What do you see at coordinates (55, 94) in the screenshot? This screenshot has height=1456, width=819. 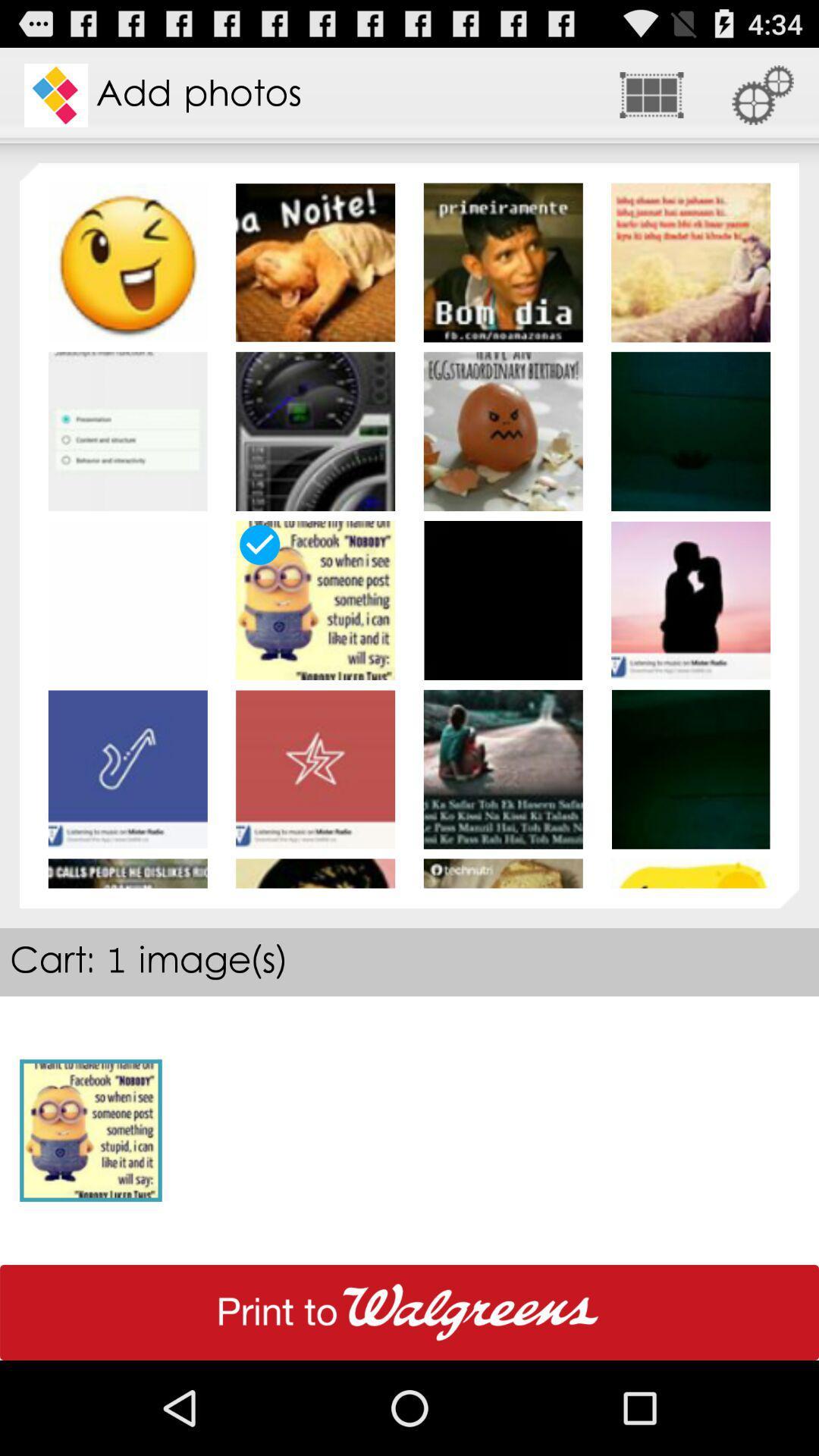 I see `icon before add photos heading of the page` at bounding box center [55, 94].